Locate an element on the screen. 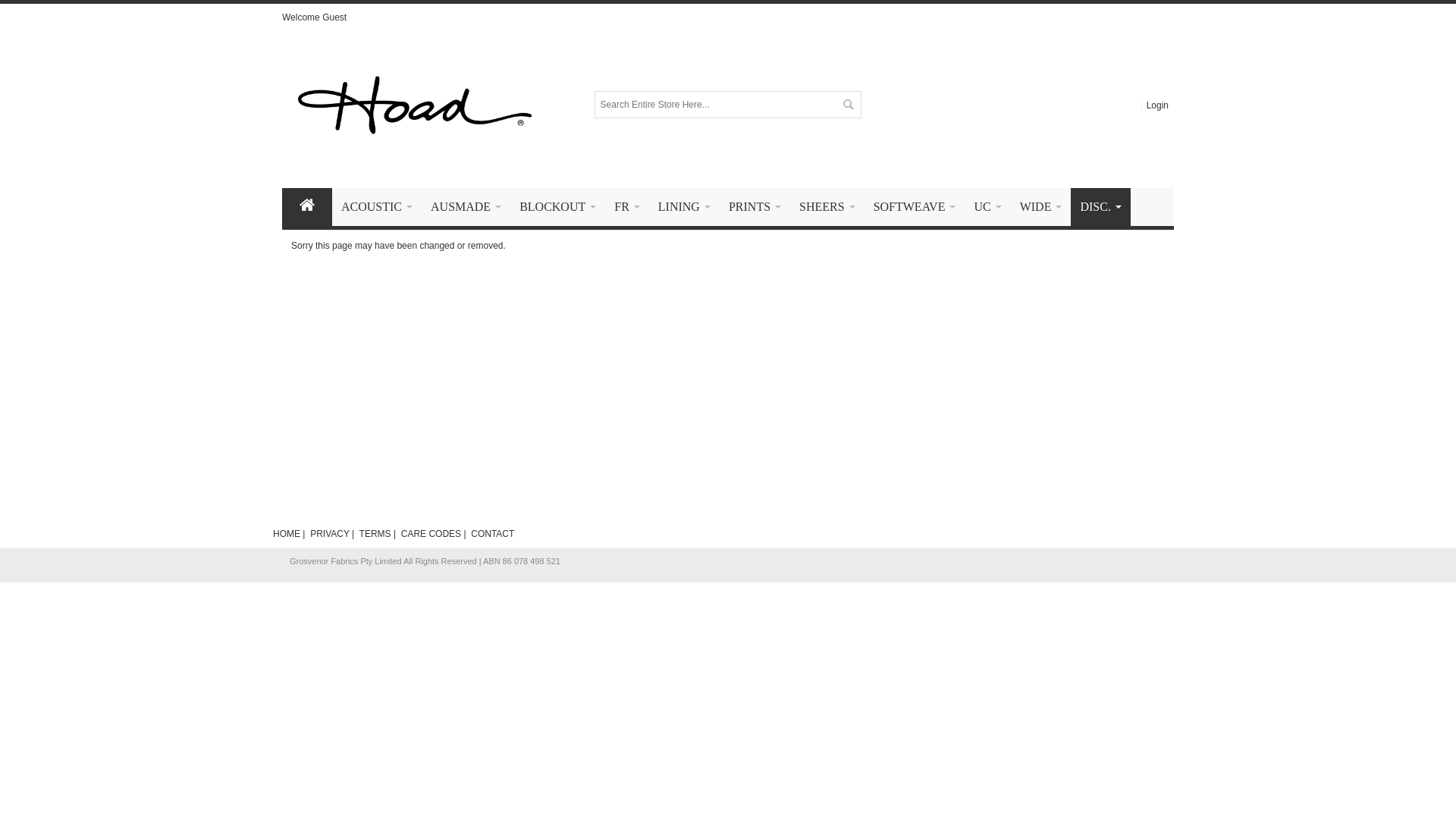  'CARE CODES' is located at coordinates (430, 533).